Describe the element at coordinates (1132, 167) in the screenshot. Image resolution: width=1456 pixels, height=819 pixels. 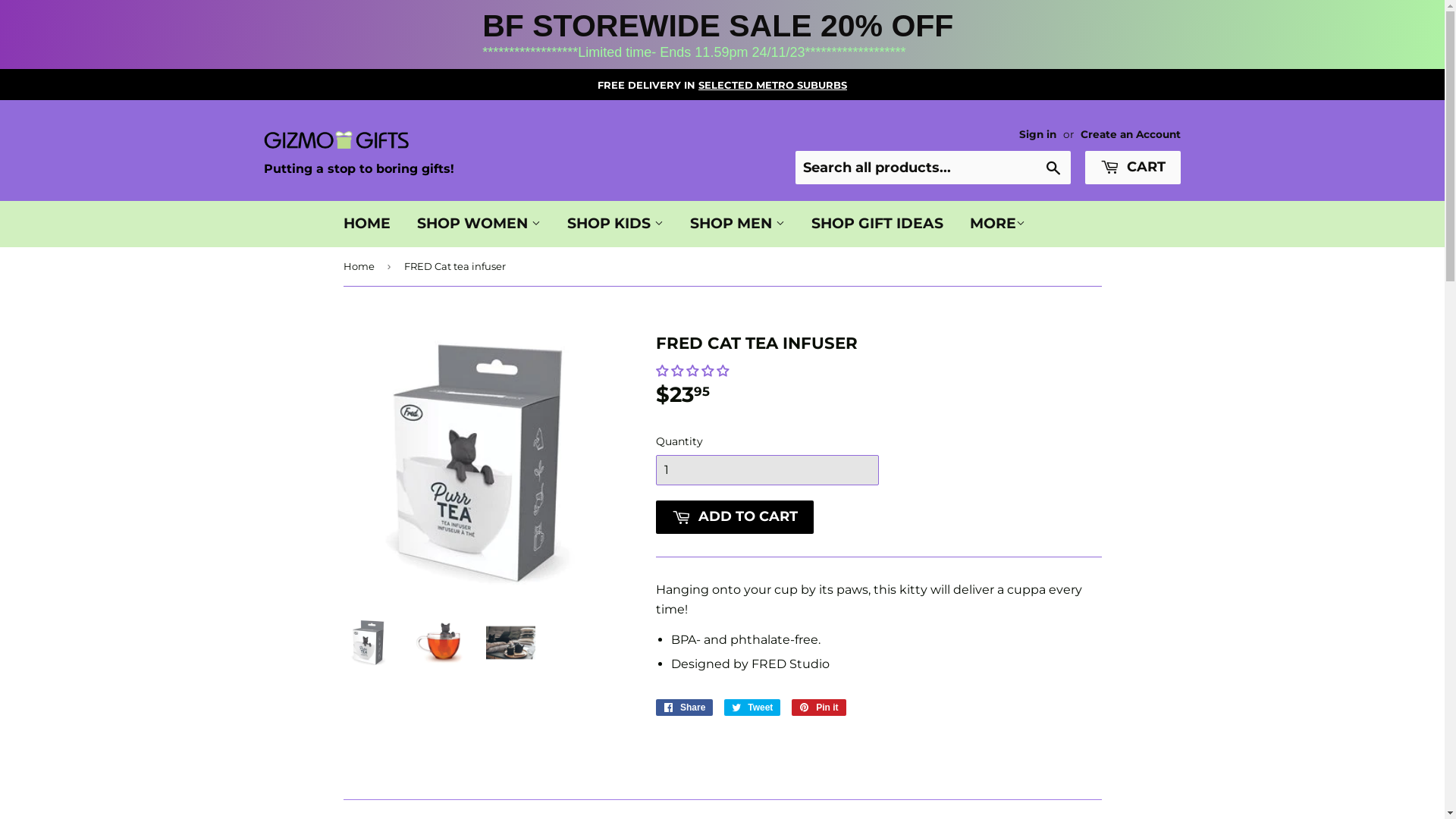
I see `'CART'` at that location.